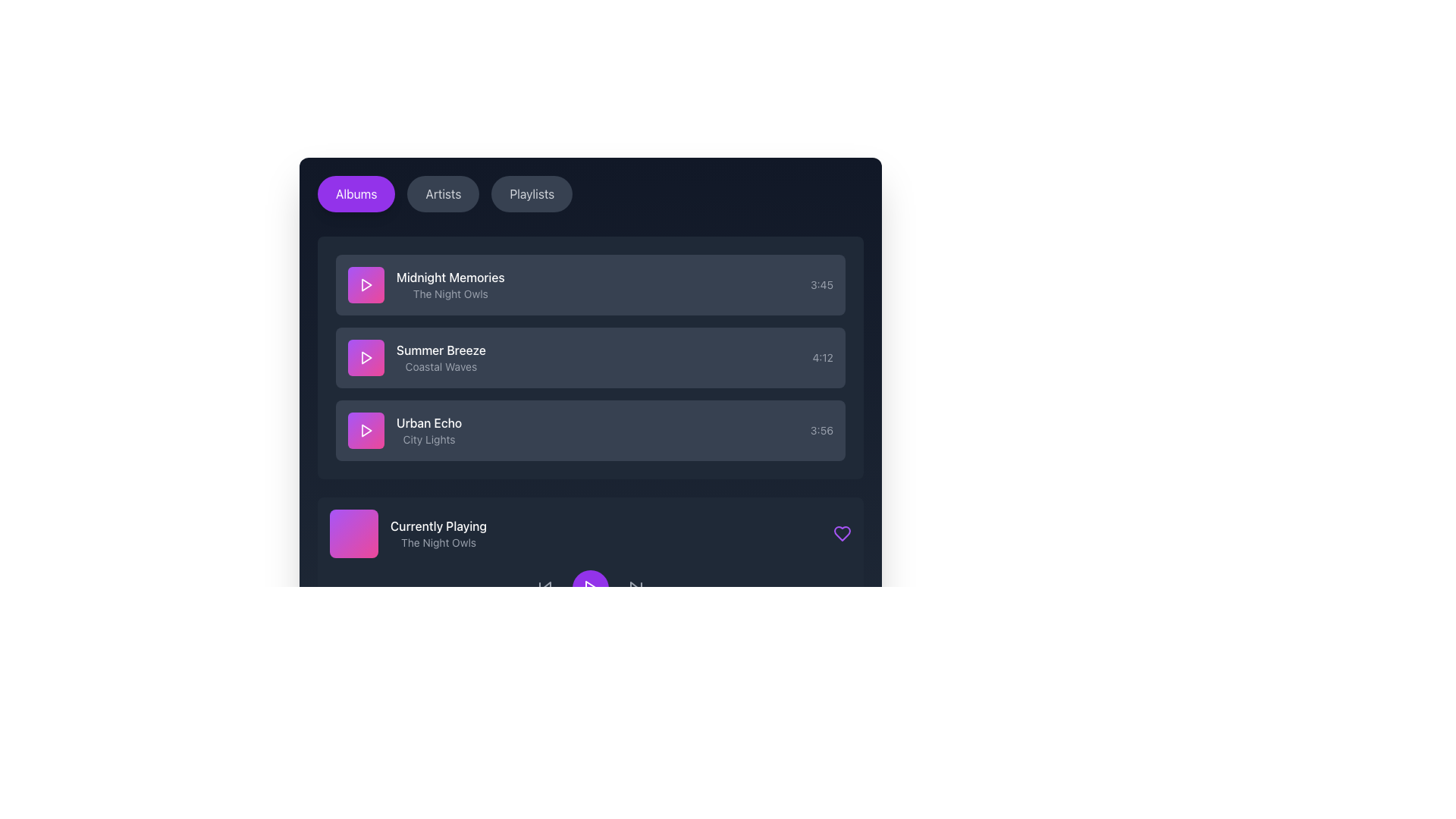 This screenshot has width=1456, height=819. What do you see at coordinates (366, 357) in the screenshot?
I see `the play button for the song 'Summer Breeze' located to the left of the text in the Albums tab` at bounding box center [366, 357].